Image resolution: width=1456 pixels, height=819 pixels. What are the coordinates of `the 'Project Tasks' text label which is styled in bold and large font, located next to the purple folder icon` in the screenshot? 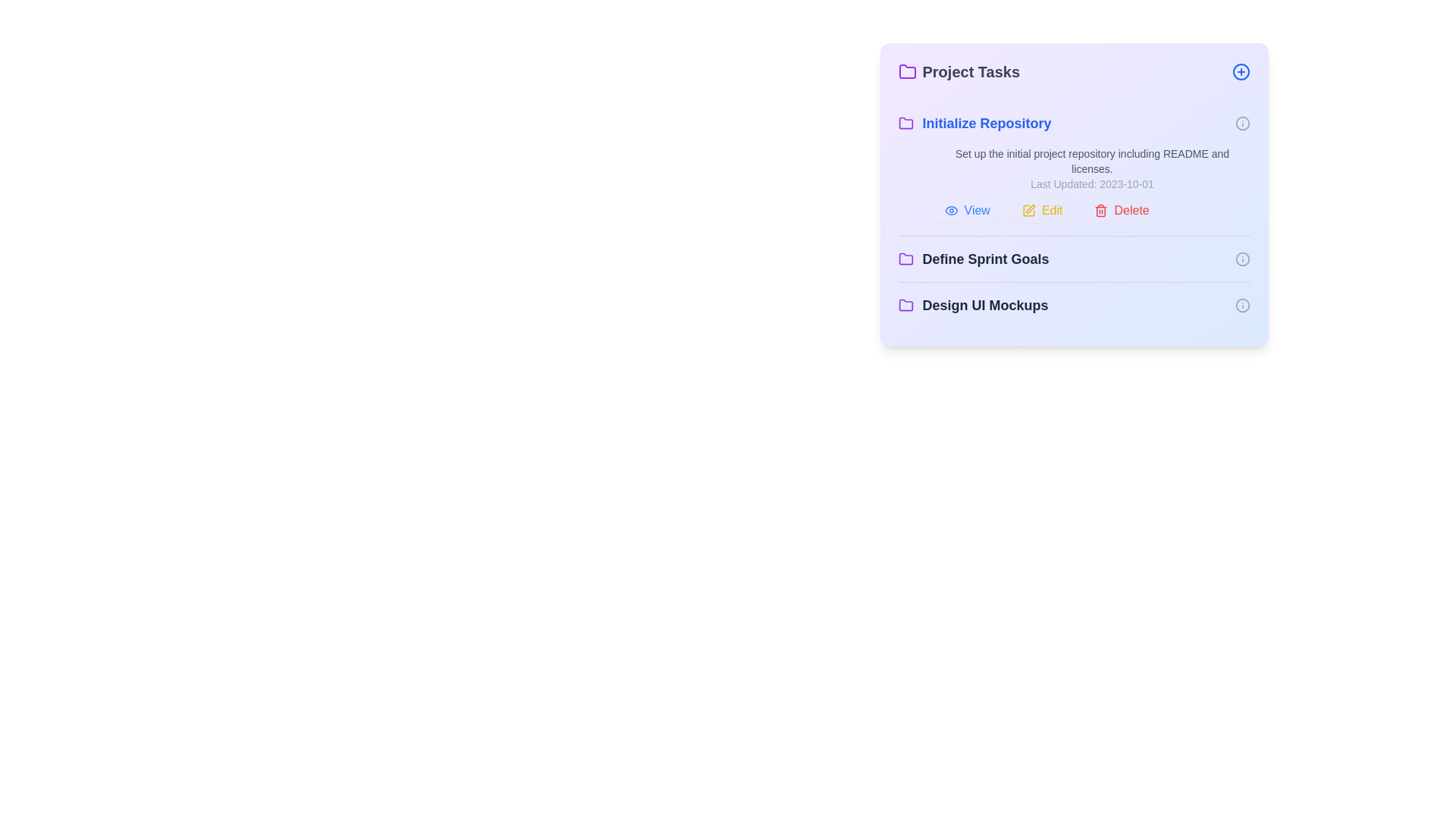 It's located at (958, 72).